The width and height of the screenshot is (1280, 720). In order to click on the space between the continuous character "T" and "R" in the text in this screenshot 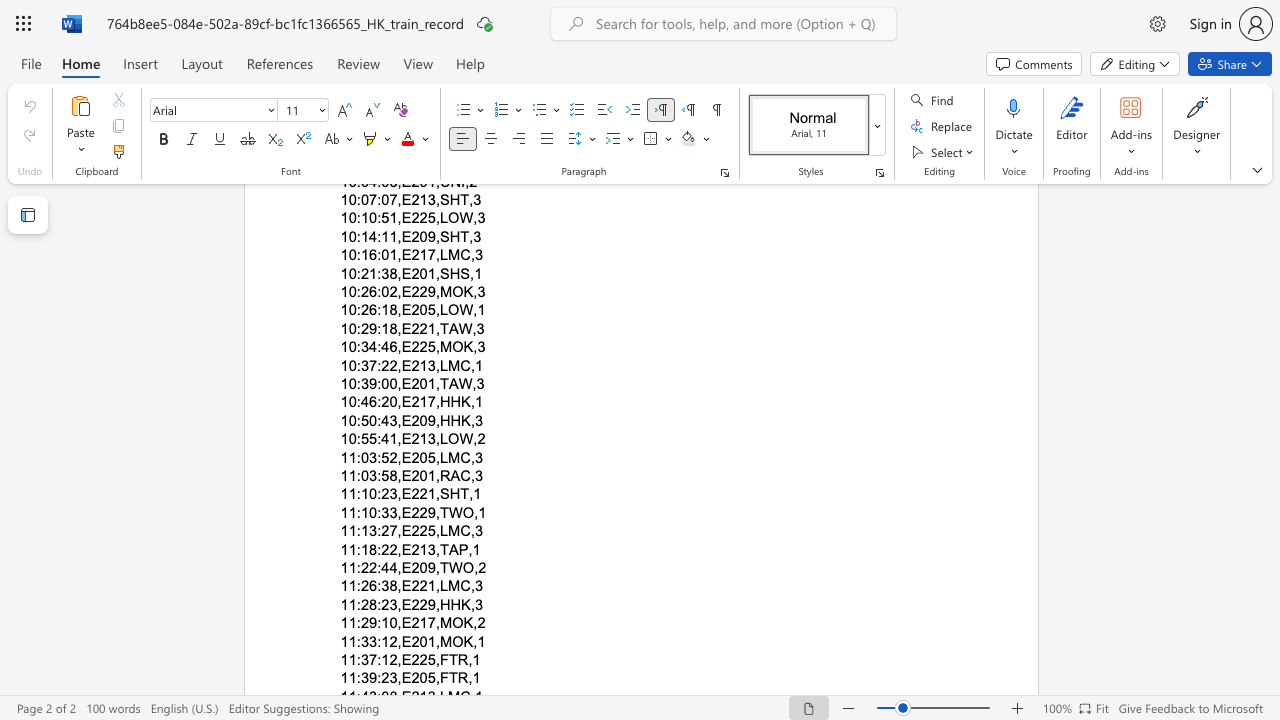, I will do `click(457, 677)`.